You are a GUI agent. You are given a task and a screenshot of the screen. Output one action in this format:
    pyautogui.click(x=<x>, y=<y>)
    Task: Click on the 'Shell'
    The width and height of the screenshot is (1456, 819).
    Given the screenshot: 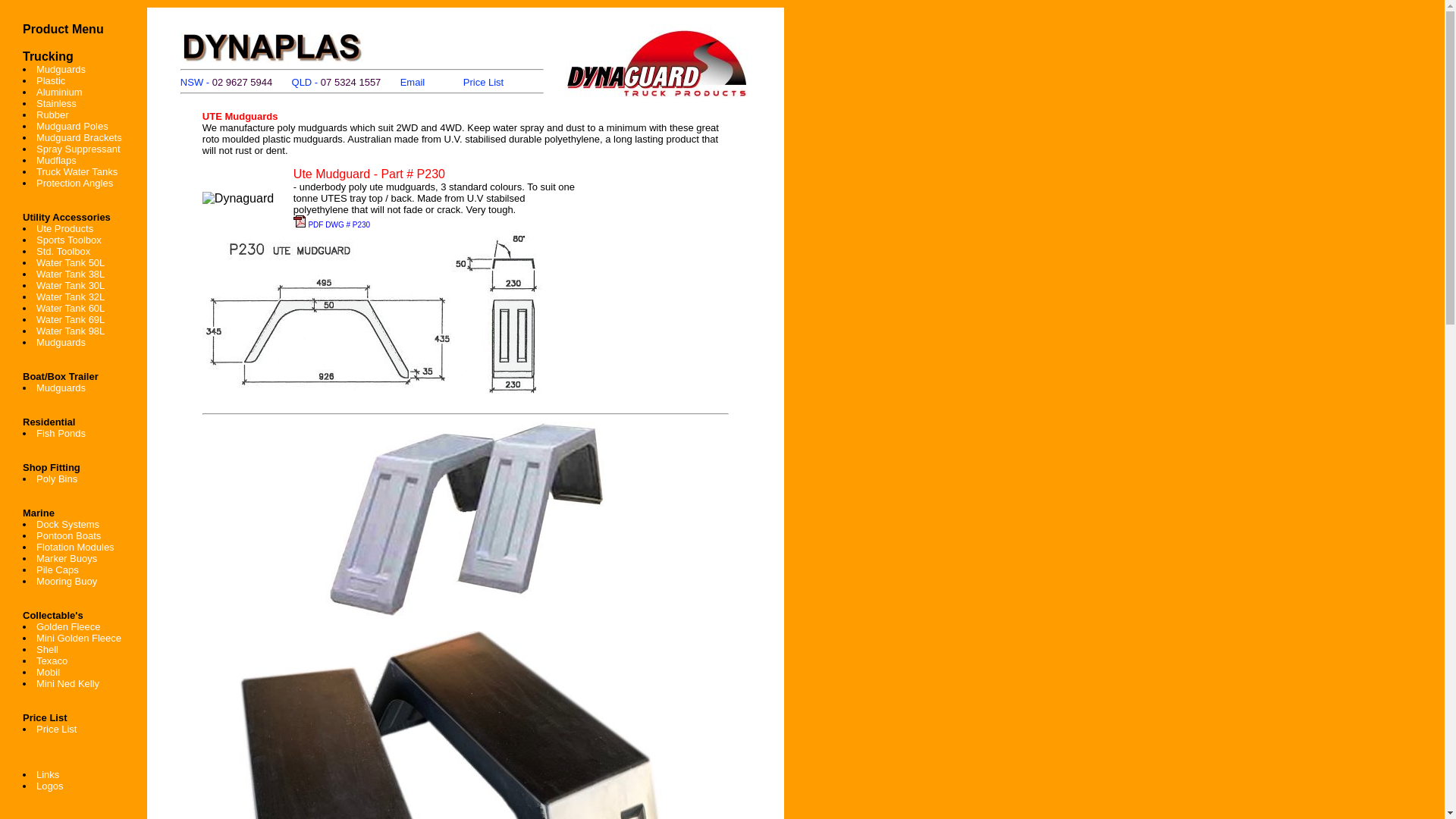 What is the action you would take?
    pyautogui.click(x=47, y=648)
    